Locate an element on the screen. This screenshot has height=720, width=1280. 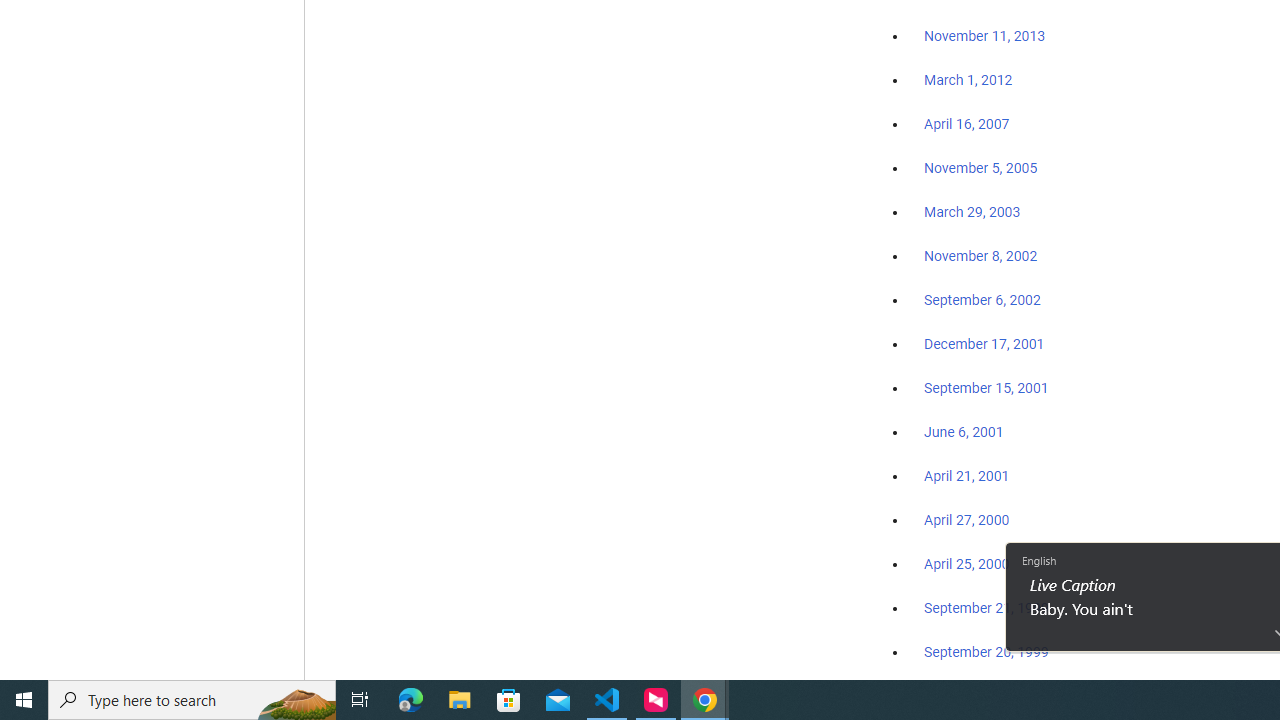
'April 16, 2007' is located at coordinates (967, 124).